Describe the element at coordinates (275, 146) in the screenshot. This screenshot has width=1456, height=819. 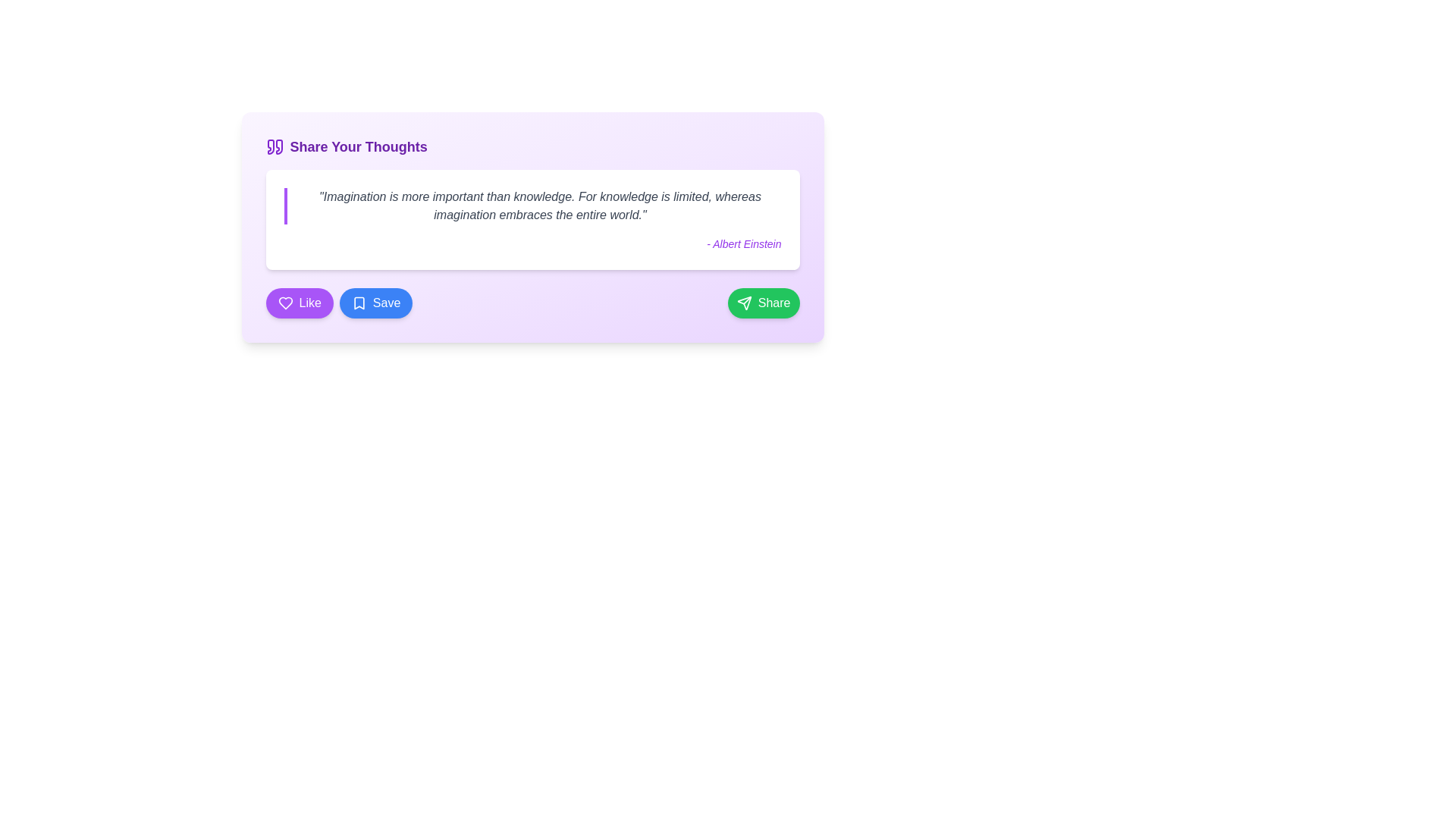
I see `the icon representing a pair of quotation marks with a purple outline, located at the top-left corner of a card-like section` at that location.